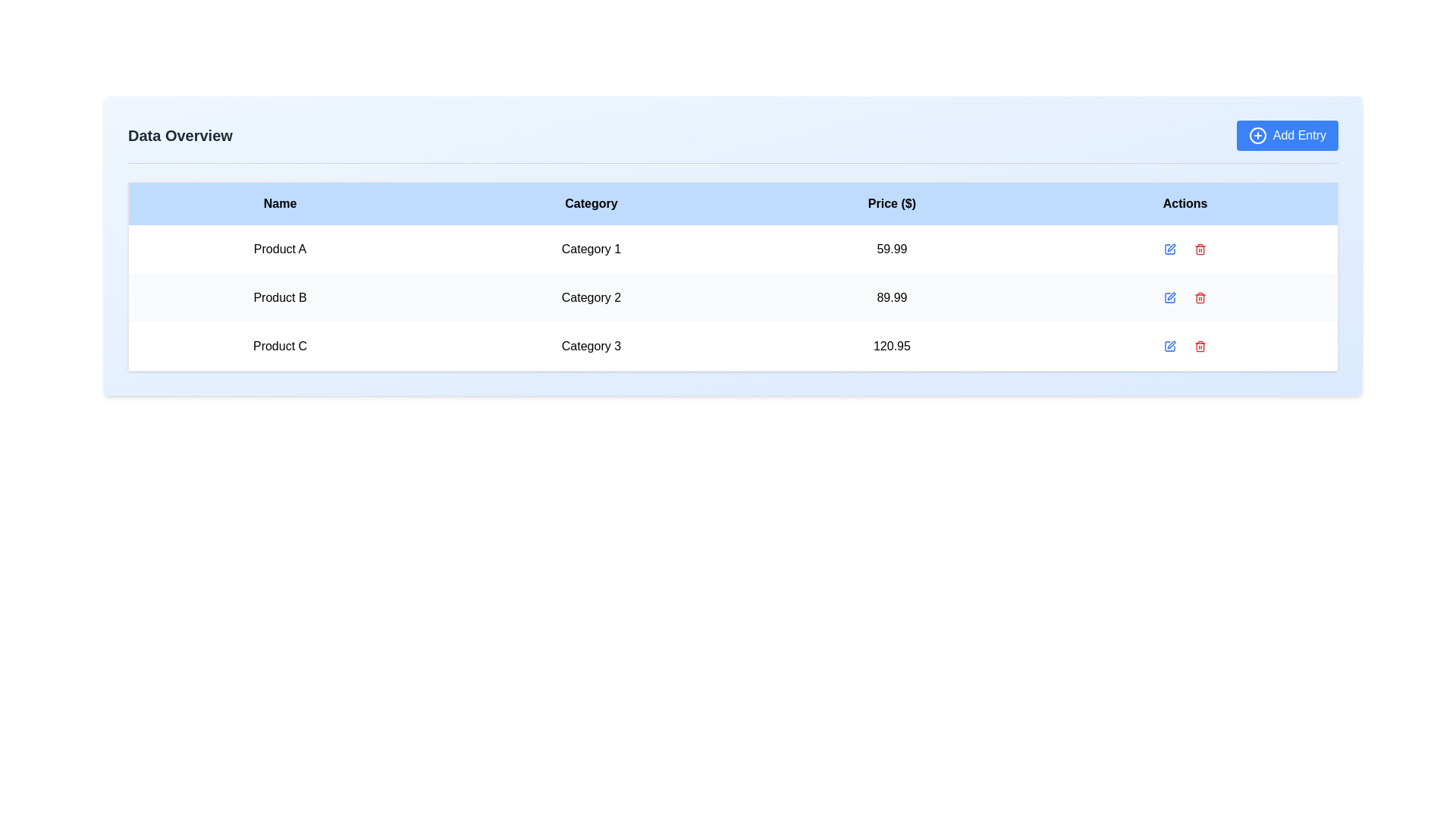 The height and width of the screenshot is (819, 1456). Describe the element at coordinates (1200, 248) in the screenshot. I see `the delete button icon in the 'Actions' column for 'Product B'` at that location.